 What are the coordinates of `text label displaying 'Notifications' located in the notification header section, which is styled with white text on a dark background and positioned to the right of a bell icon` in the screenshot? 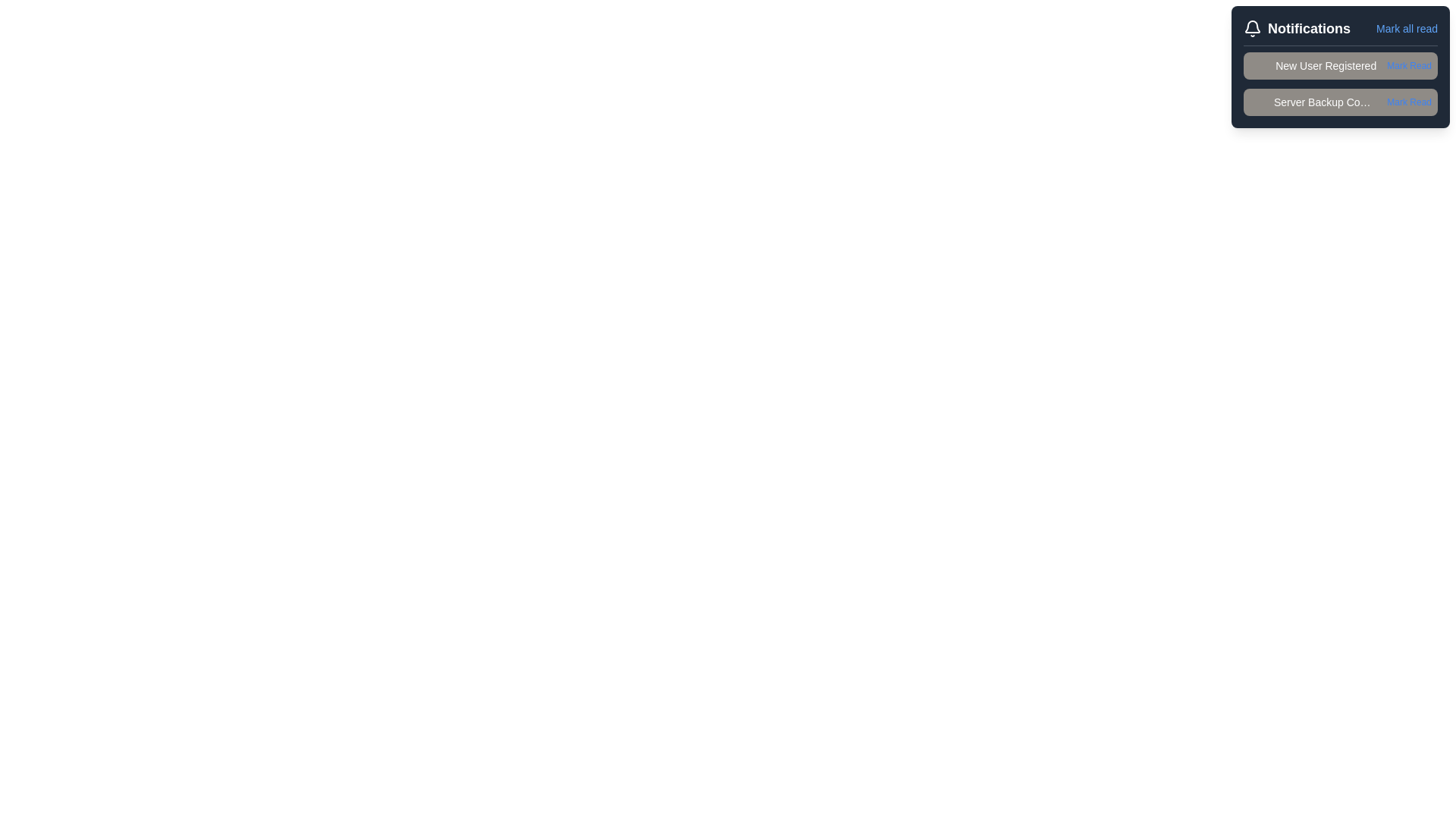 It's located at (1308, 29).